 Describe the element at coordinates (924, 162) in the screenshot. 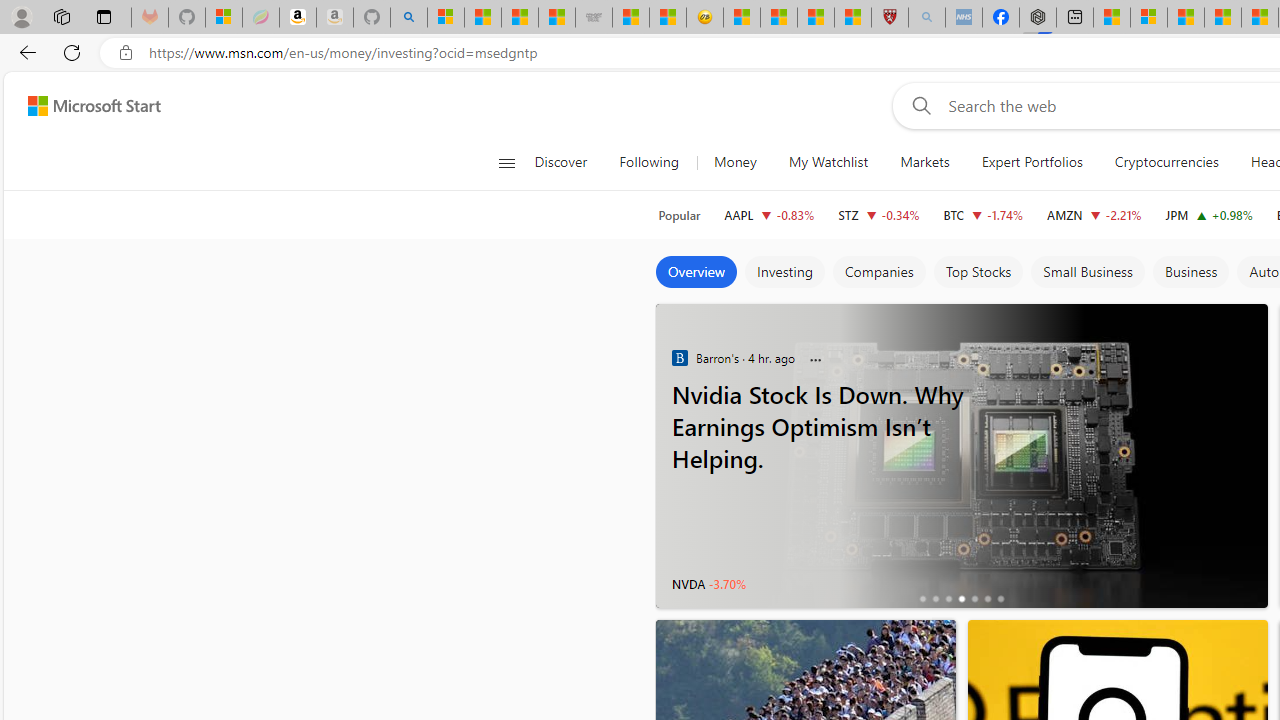

I see `'Markets'` at that location.